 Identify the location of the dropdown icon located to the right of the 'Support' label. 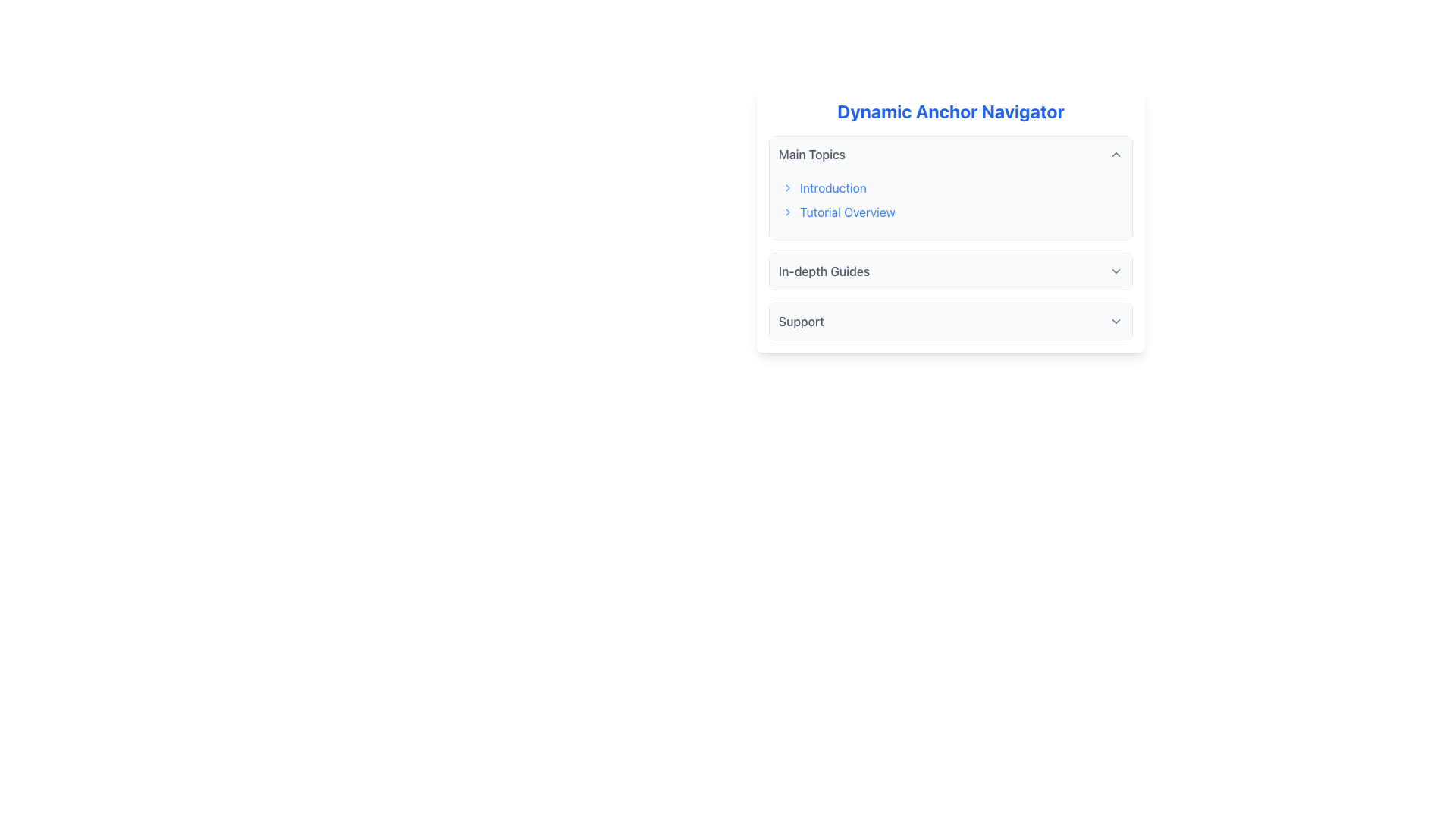
(1116, 321).